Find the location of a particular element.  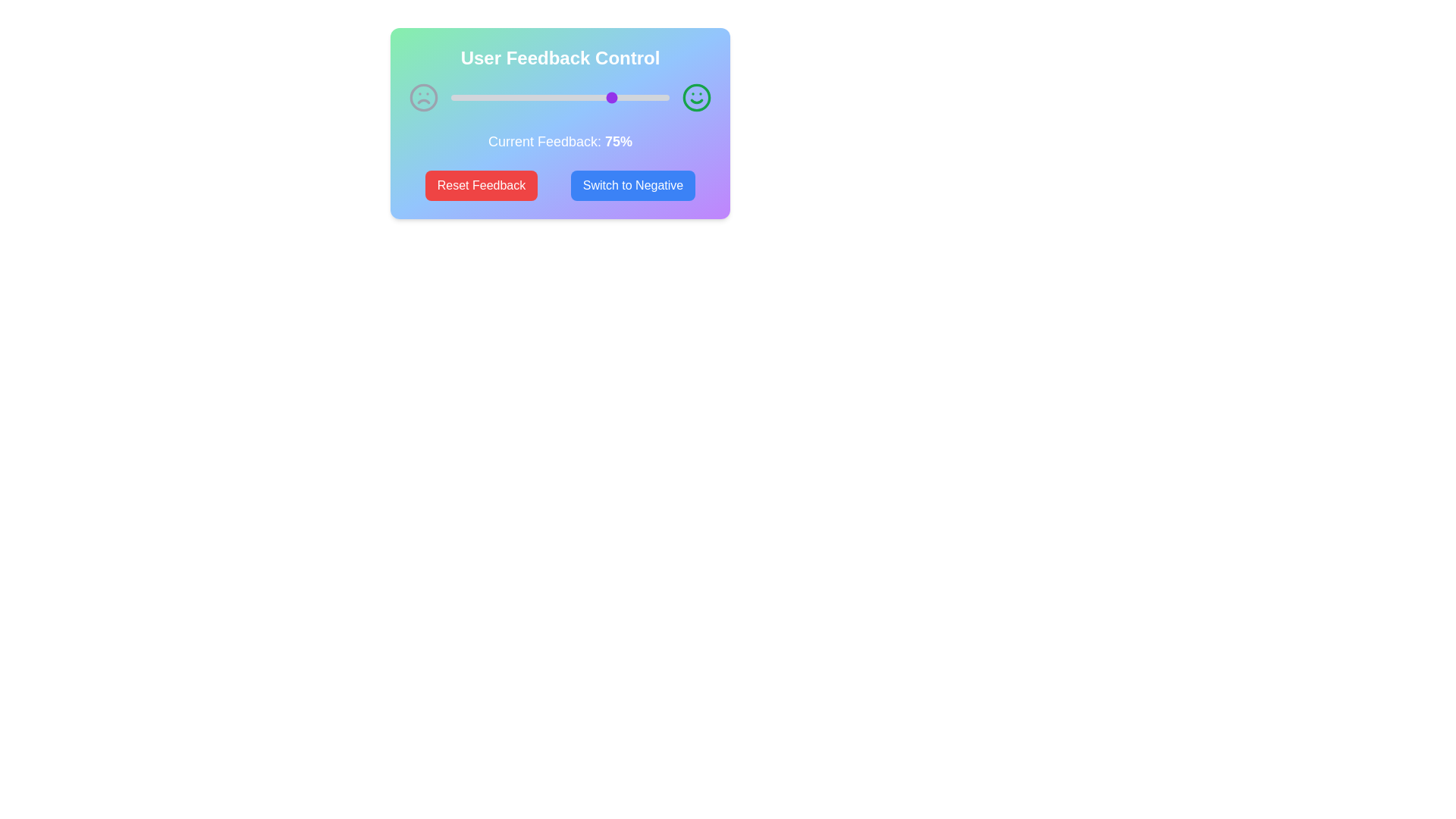

the feedback slider to set the feedback percentage to 47 is located at coordinates (553, 97).